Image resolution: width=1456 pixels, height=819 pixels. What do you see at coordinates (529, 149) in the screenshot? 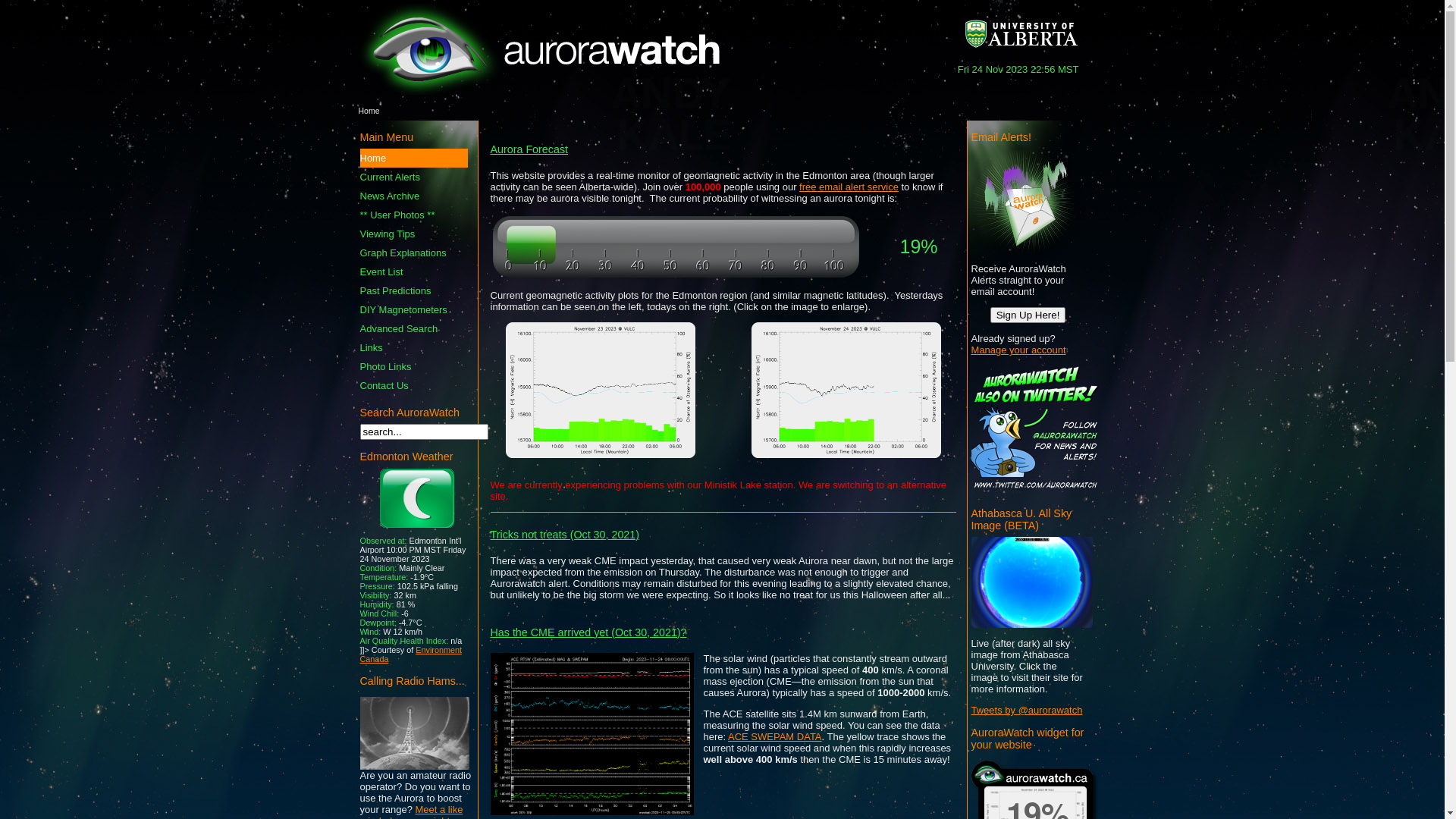
I see `'Aurora Forecast'` at bounding box center [529, 149].